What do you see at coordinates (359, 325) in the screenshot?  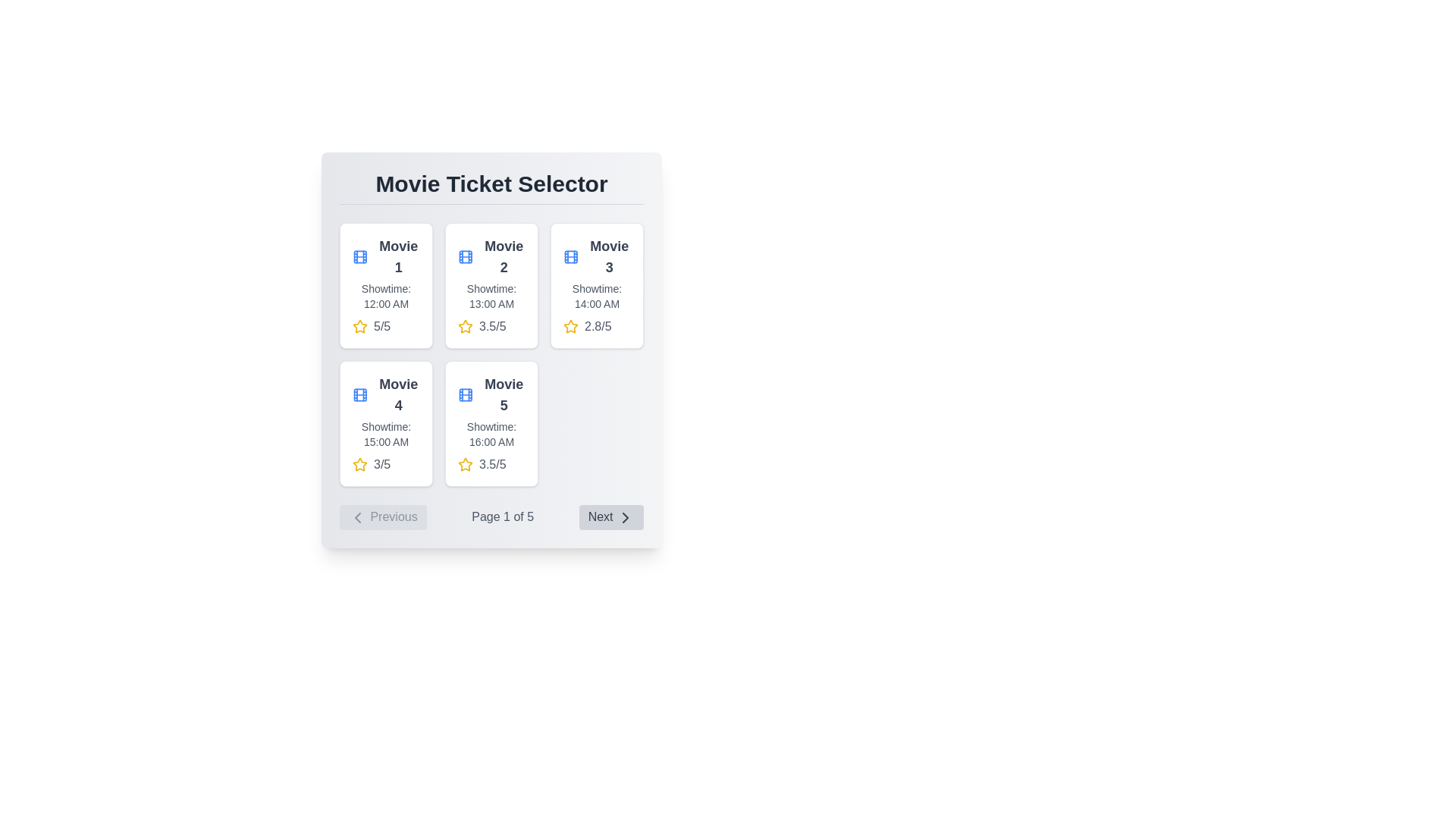 I see `the star icon representing the rating for 'Movie 5', located in the 'Movie Ticket Selector' section, positioned below the movie title and showtime, next to the rating text '3.5/5'` at bounding box center [359, 325].